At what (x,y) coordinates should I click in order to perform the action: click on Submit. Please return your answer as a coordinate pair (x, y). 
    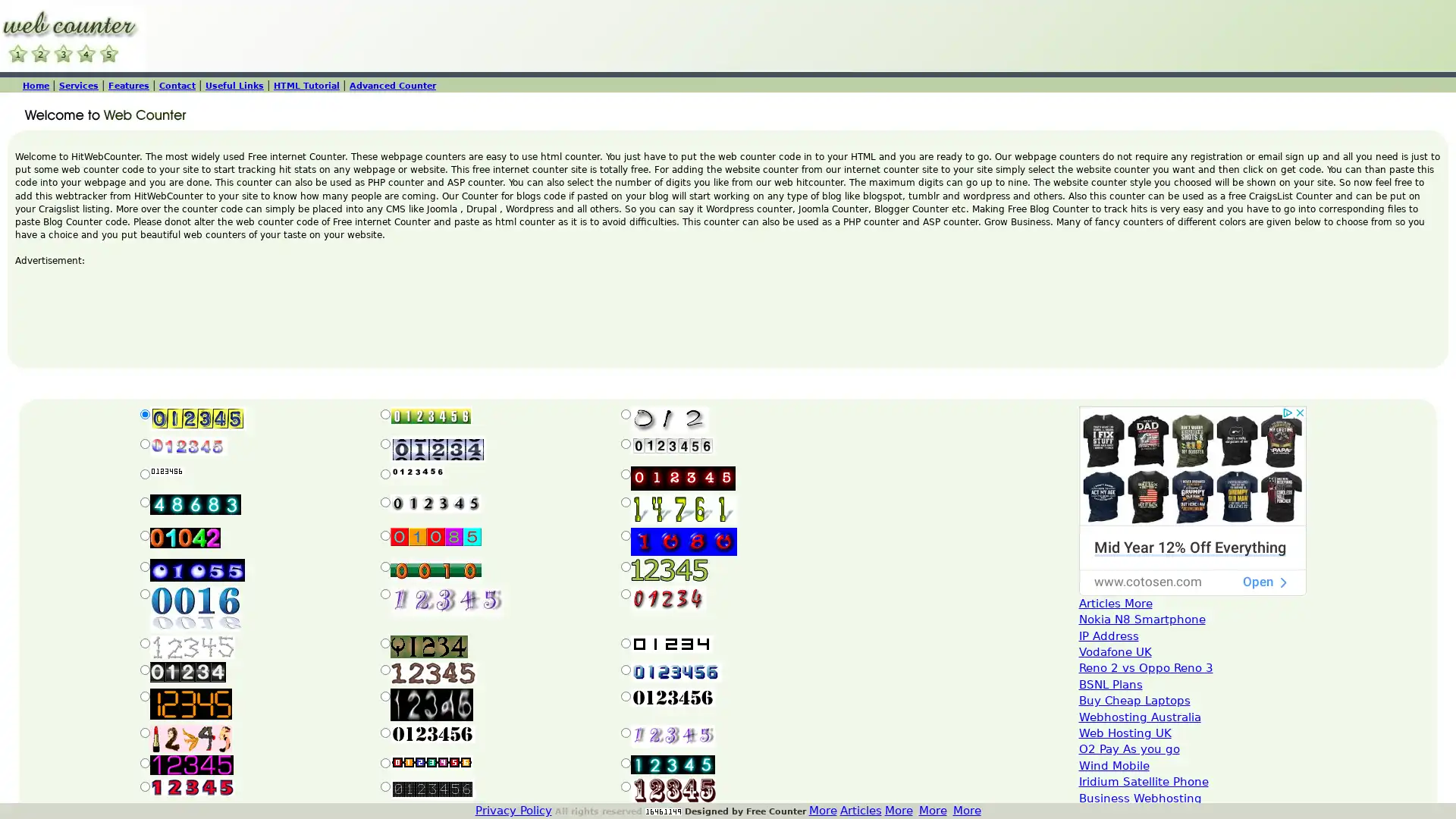
    Looking at the image, I should click on (667, 596).